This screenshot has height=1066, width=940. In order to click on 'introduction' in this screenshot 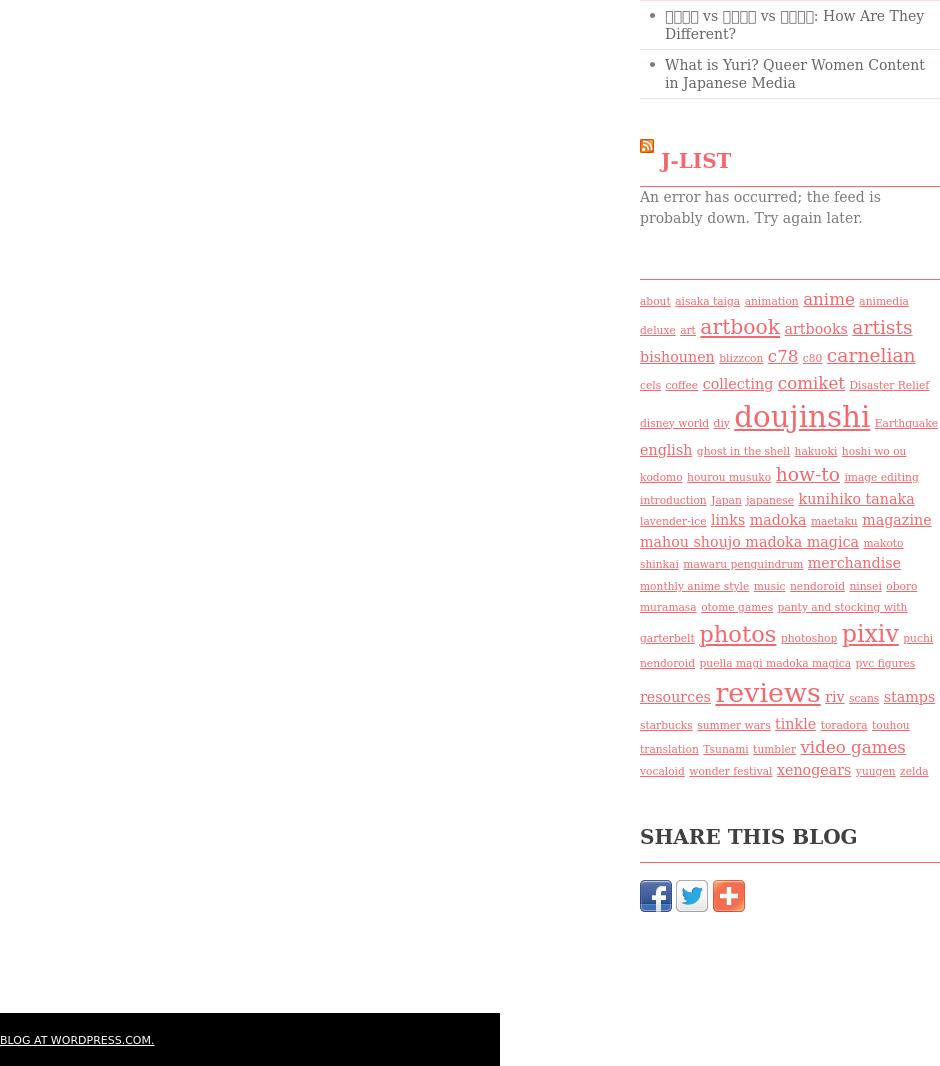, I will do `click(640, 500)`.